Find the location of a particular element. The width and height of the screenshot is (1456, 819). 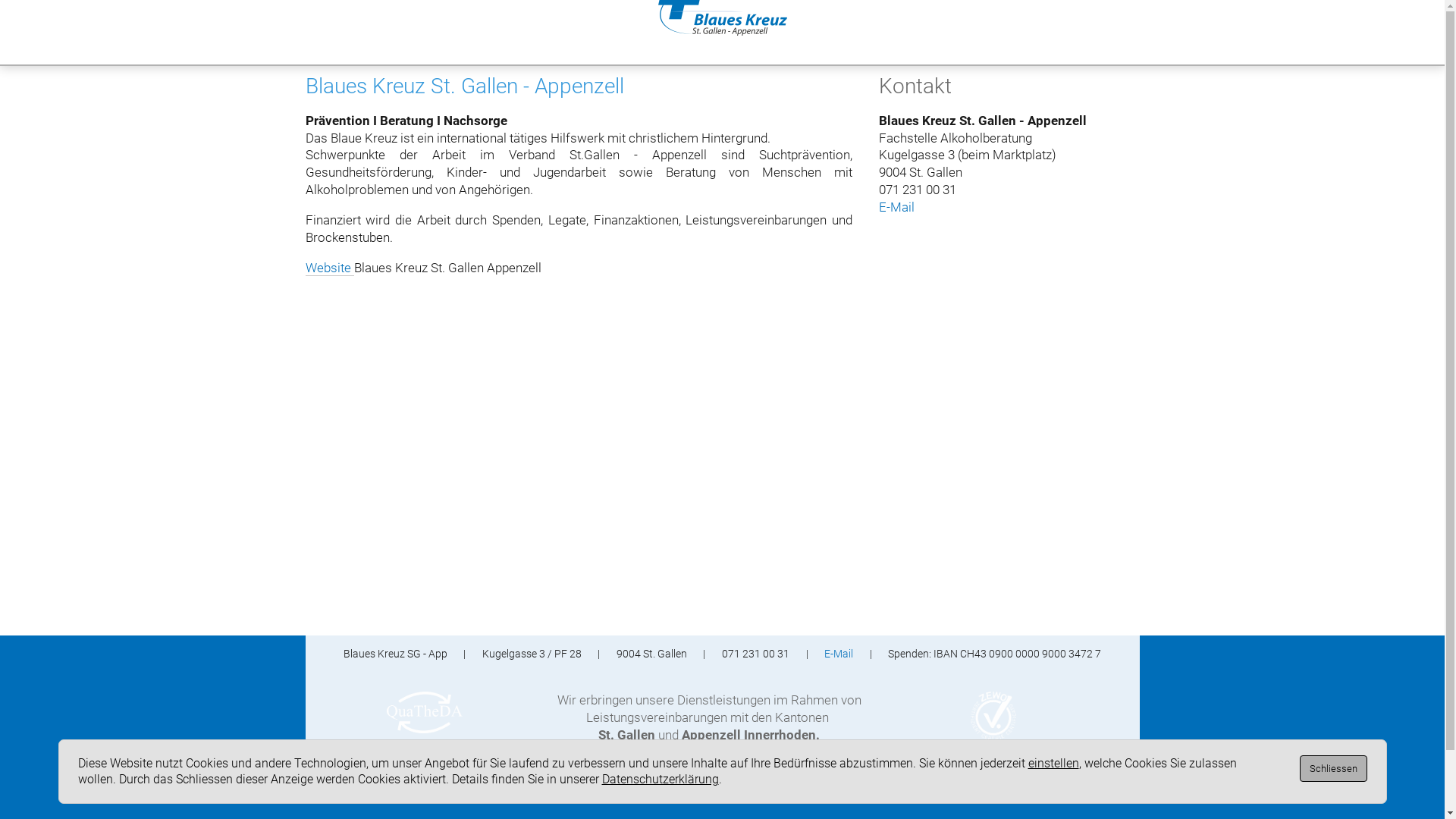

'Website' is located at coordinates (328, 267).